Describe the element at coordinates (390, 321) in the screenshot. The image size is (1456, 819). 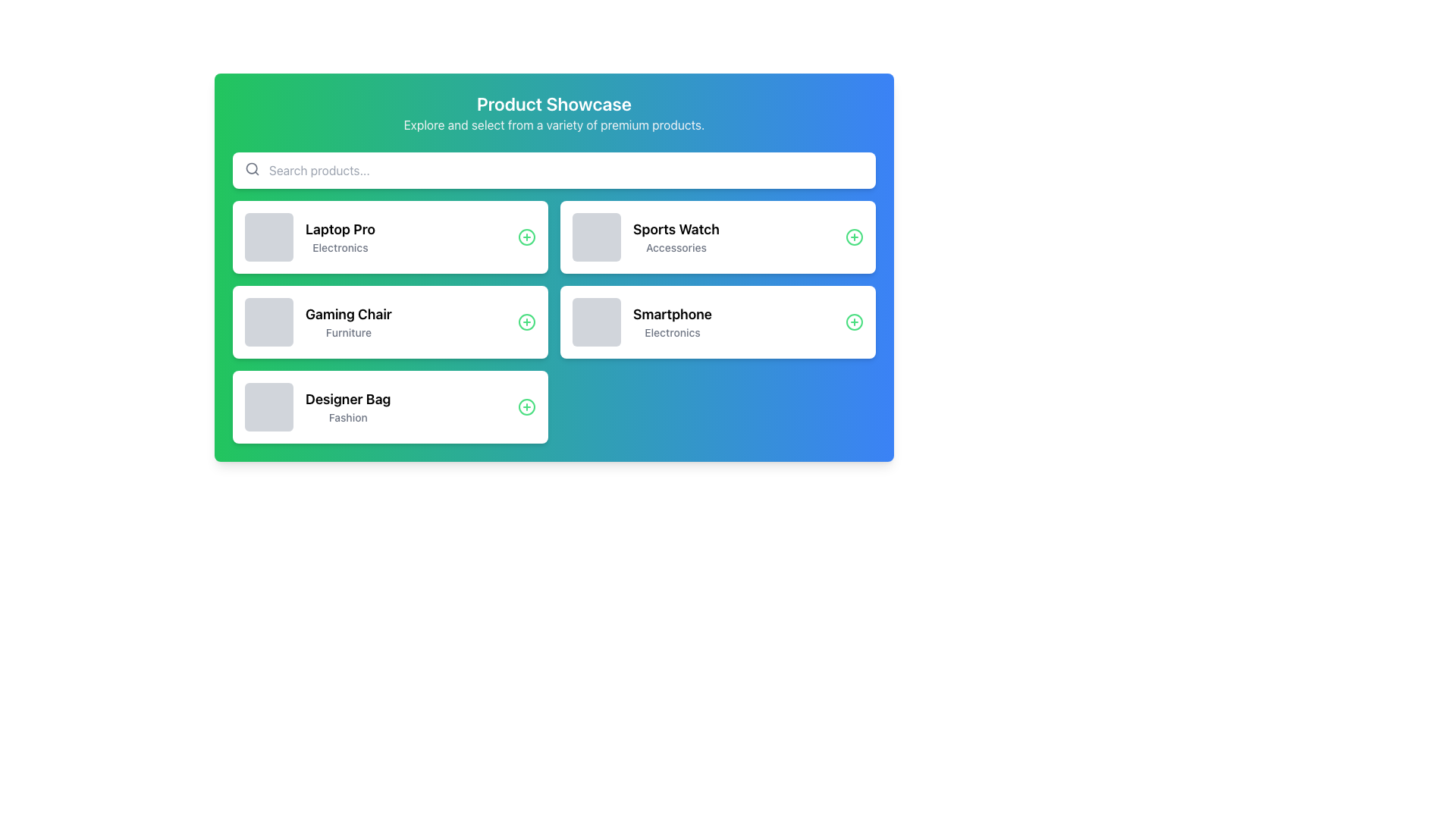
I see `the 'Gaming Chair' product card located in the middle row of the main product listing grid` at that location.